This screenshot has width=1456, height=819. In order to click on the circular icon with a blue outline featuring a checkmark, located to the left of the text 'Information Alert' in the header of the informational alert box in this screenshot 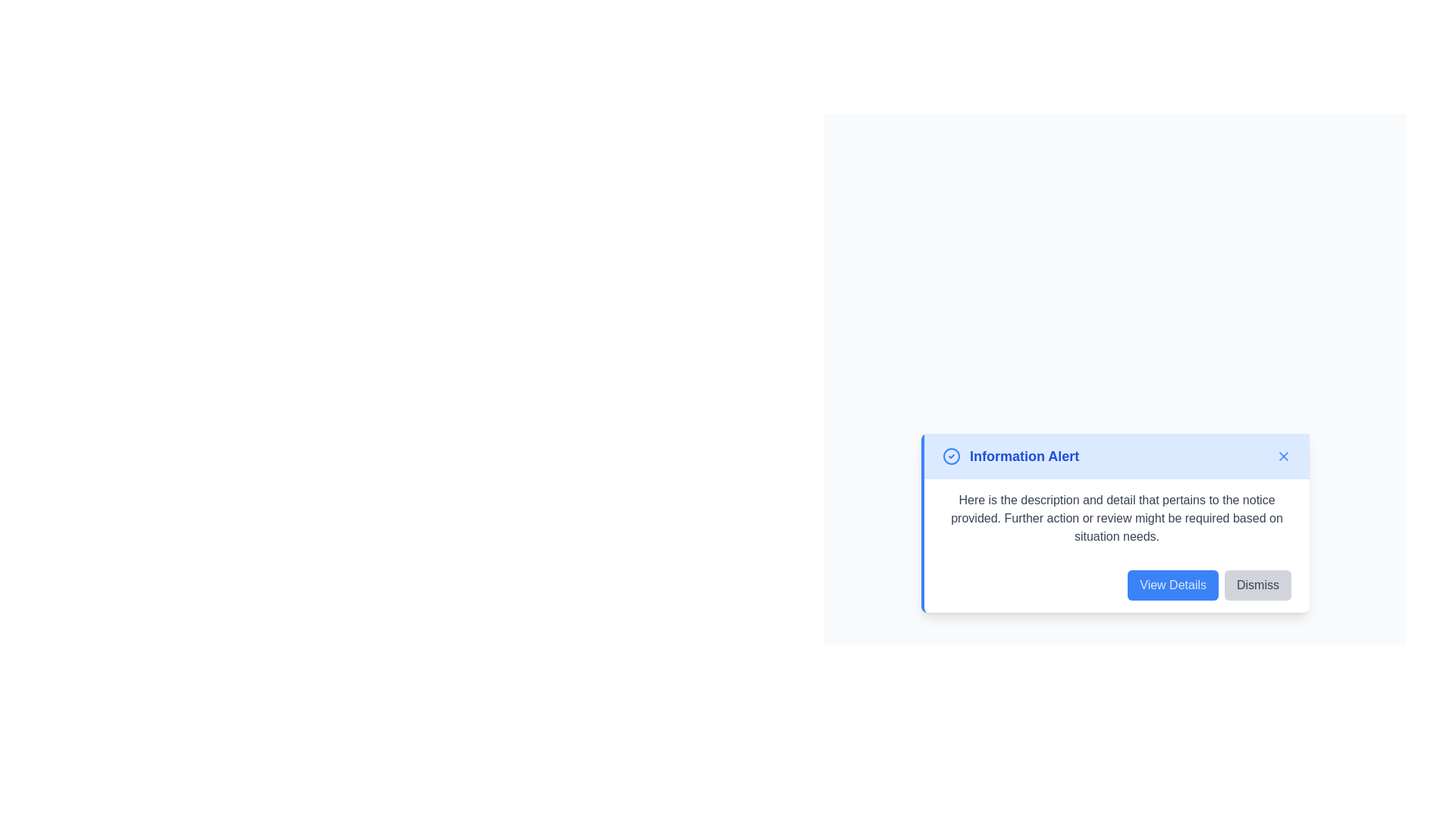, I will do `click(950, 455)`.